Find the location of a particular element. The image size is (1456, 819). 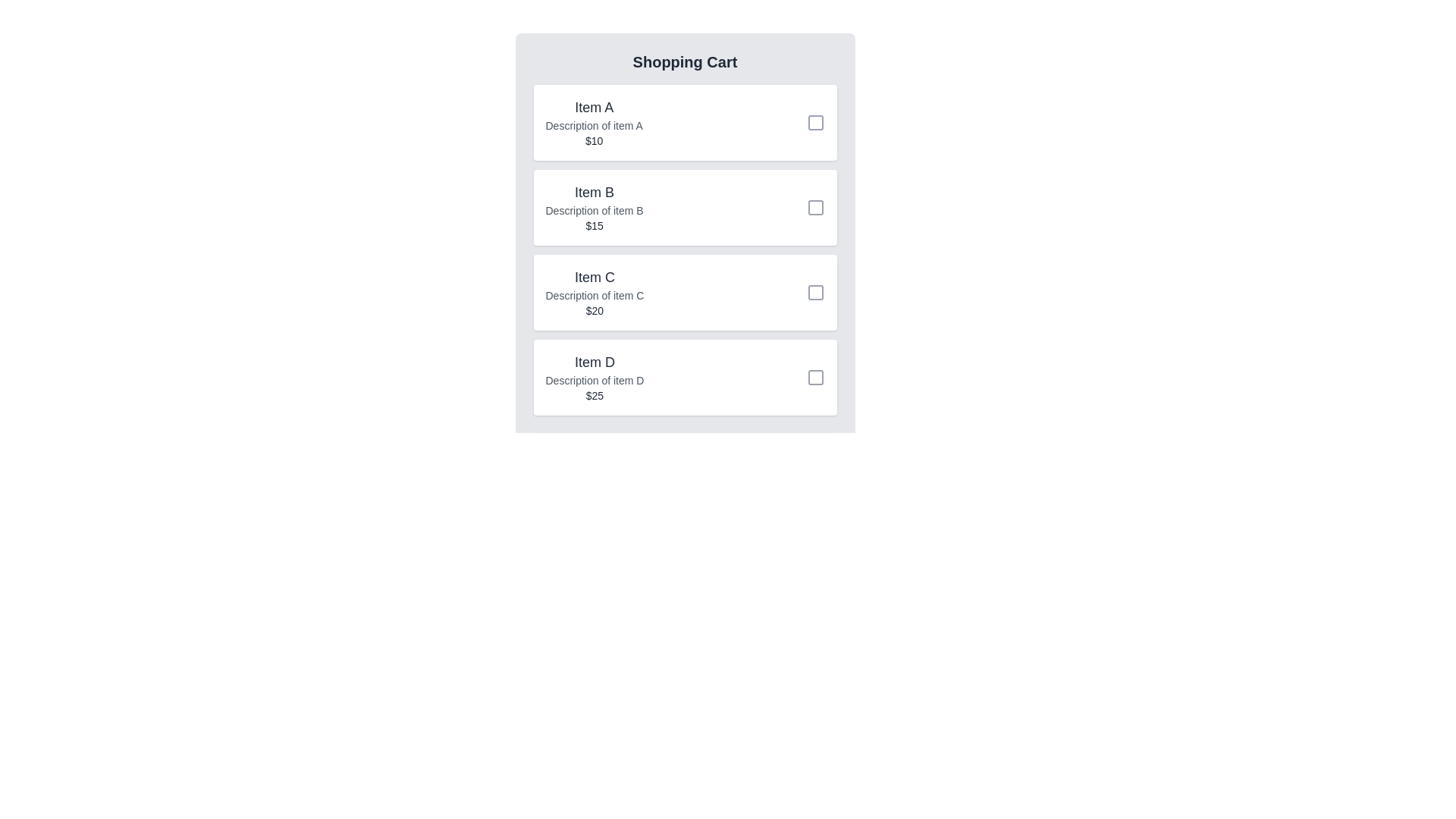

the static text label that displays 'Item A', which is styled with a large font size in deep gray and is positioned at the top of the first entry in a shopping cart layout is located at coordinates (593, 107).